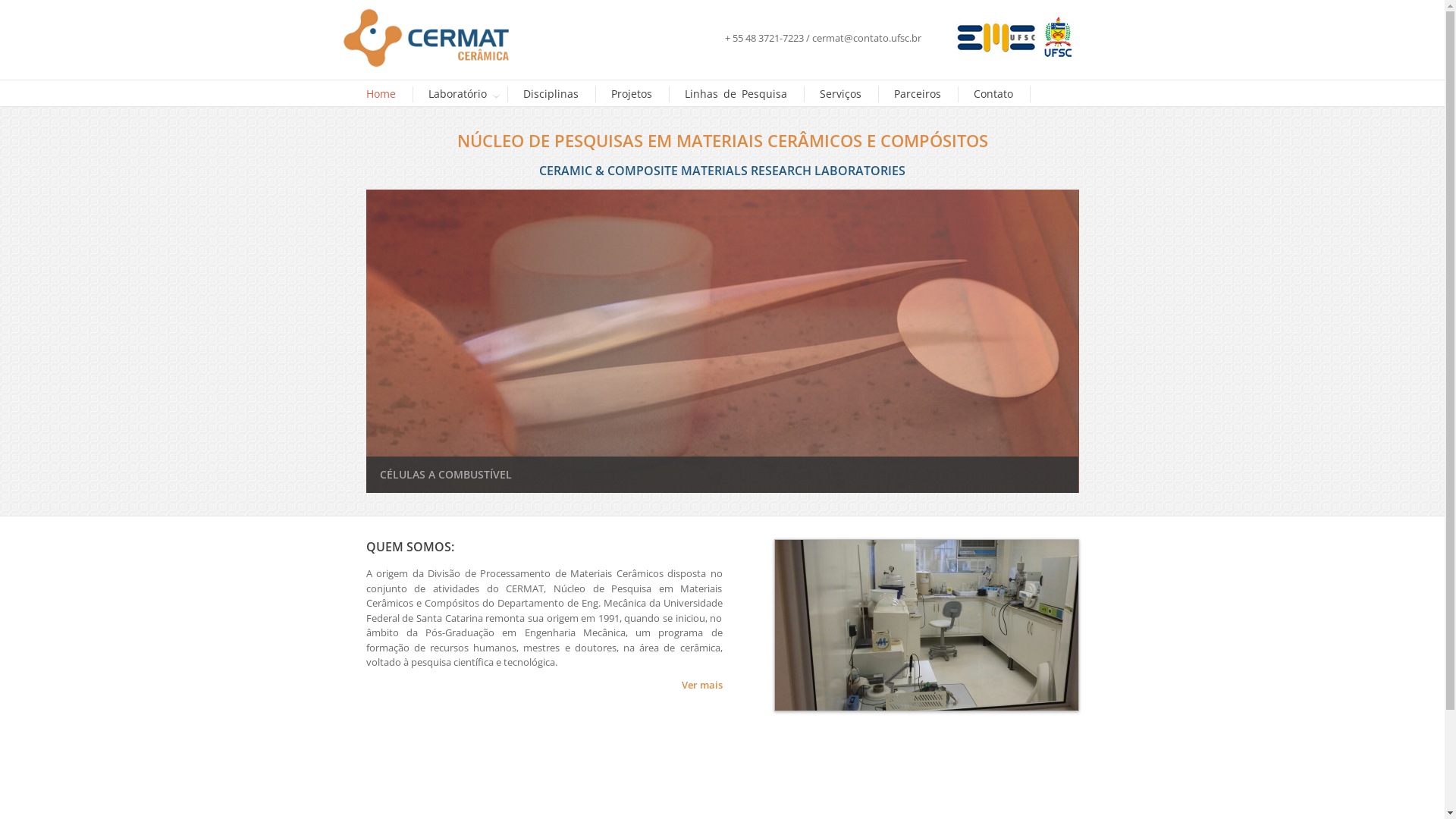  What do you see at coordinates (365, 93) in the screenshot?
I see `'Home'` at bounding box center [365, 93].